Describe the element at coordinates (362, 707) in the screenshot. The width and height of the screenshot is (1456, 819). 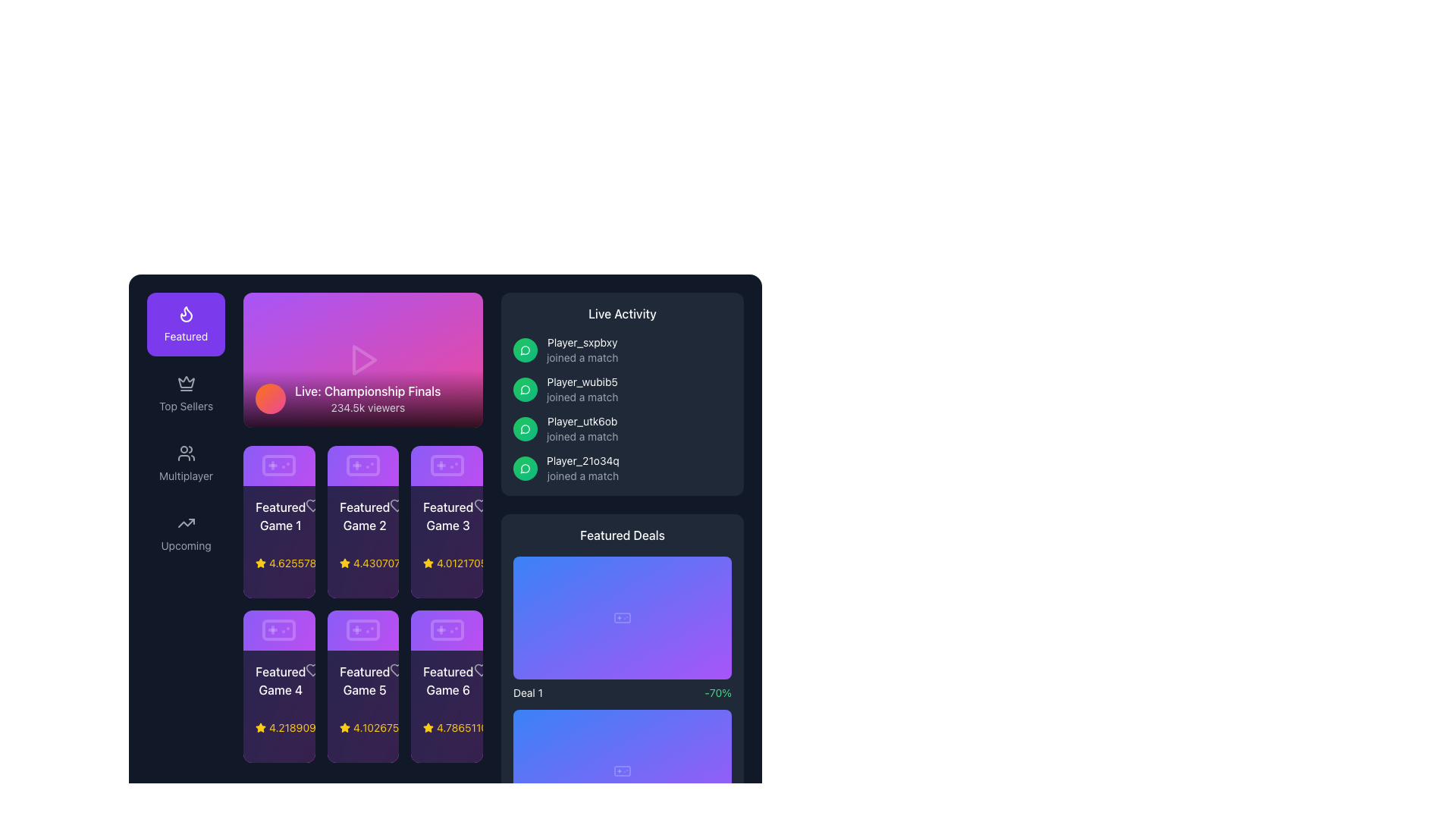
I see `the Information card located in the bottom row, middle column of the 'Featured Games' section` at that location.